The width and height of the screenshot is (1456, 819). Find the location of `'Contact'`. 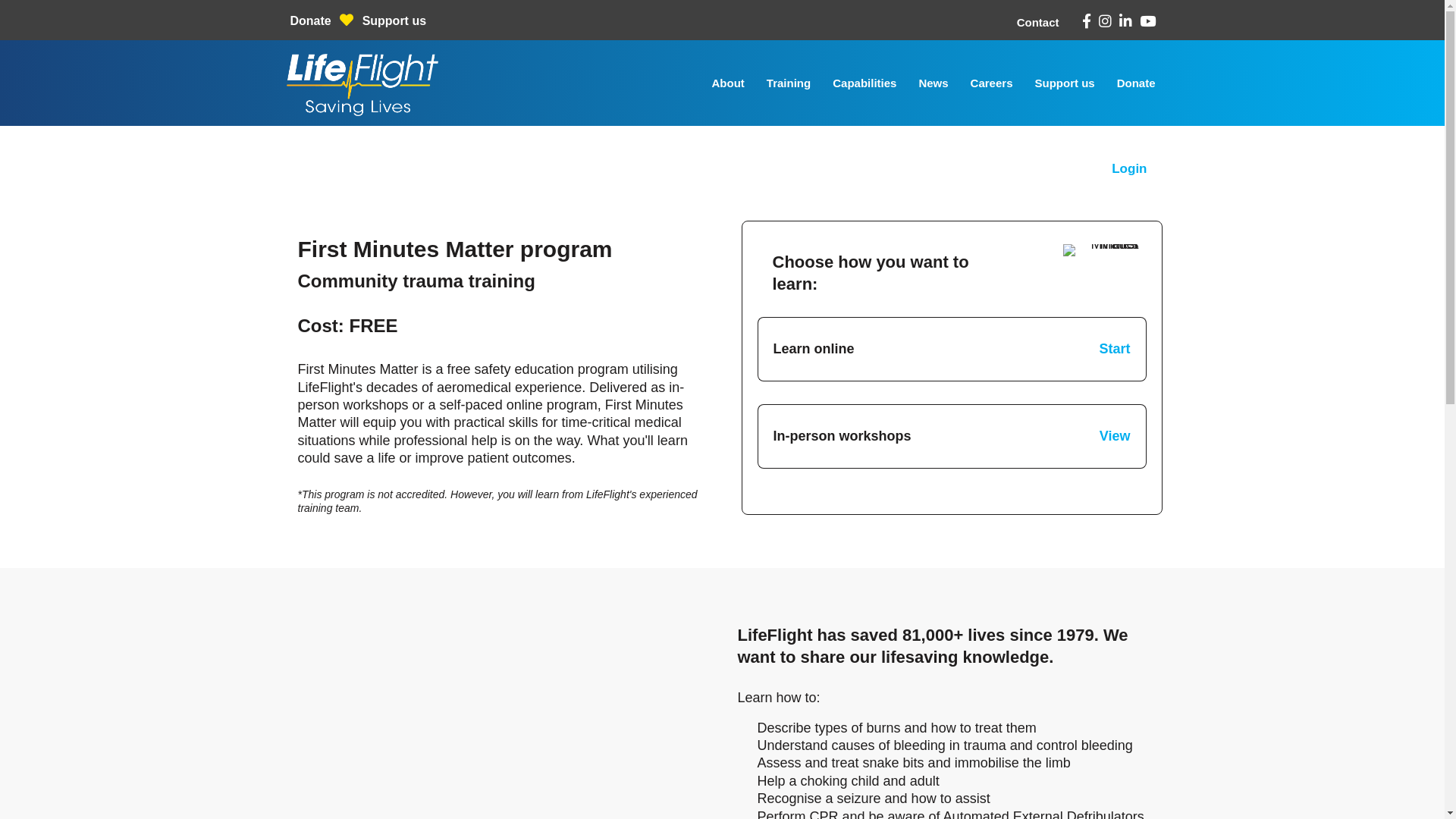

'Contact' is located at coordinates (1037, 22).